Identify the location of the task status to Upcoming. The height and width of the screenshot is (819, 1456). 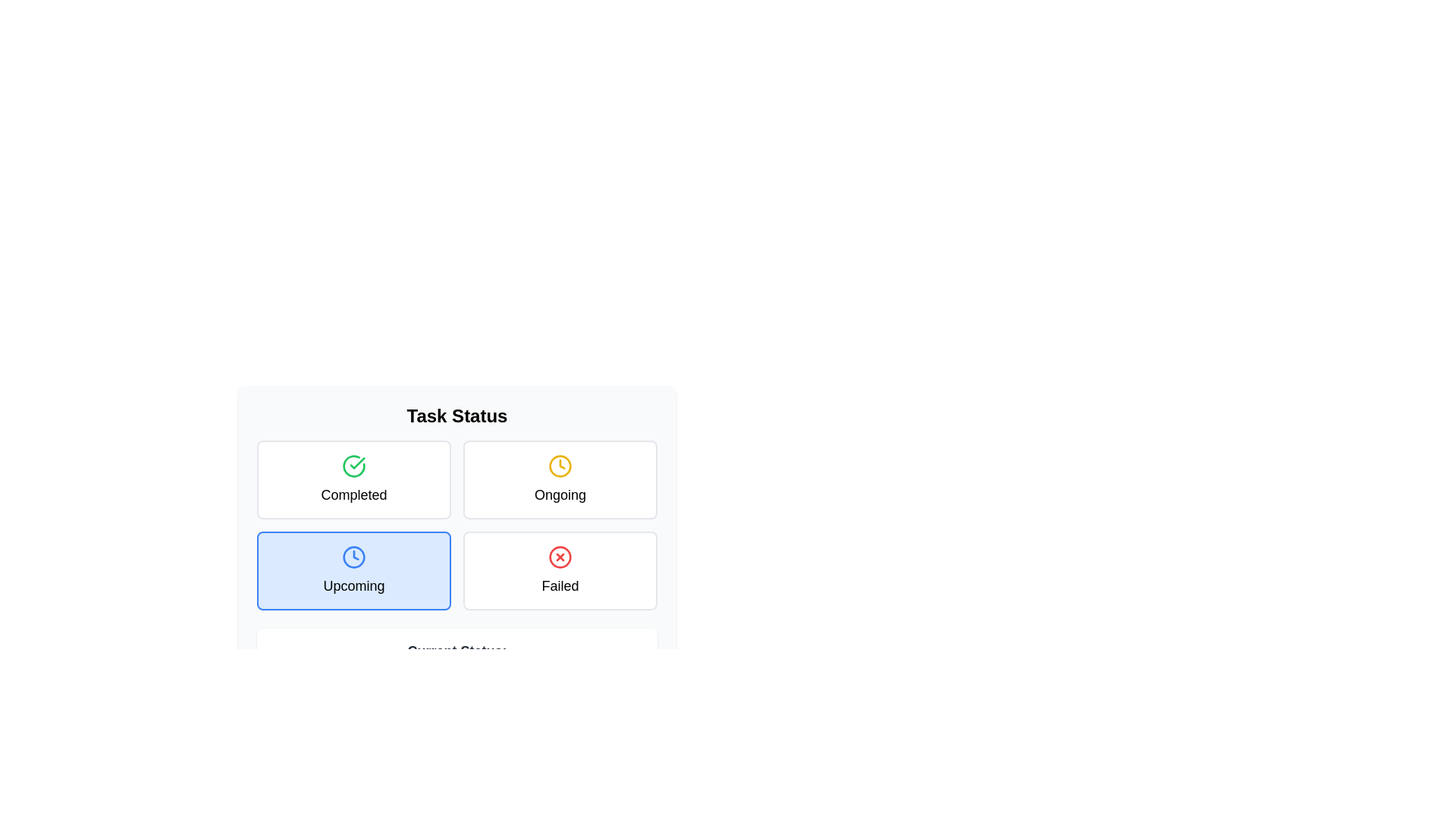
(353, 570).